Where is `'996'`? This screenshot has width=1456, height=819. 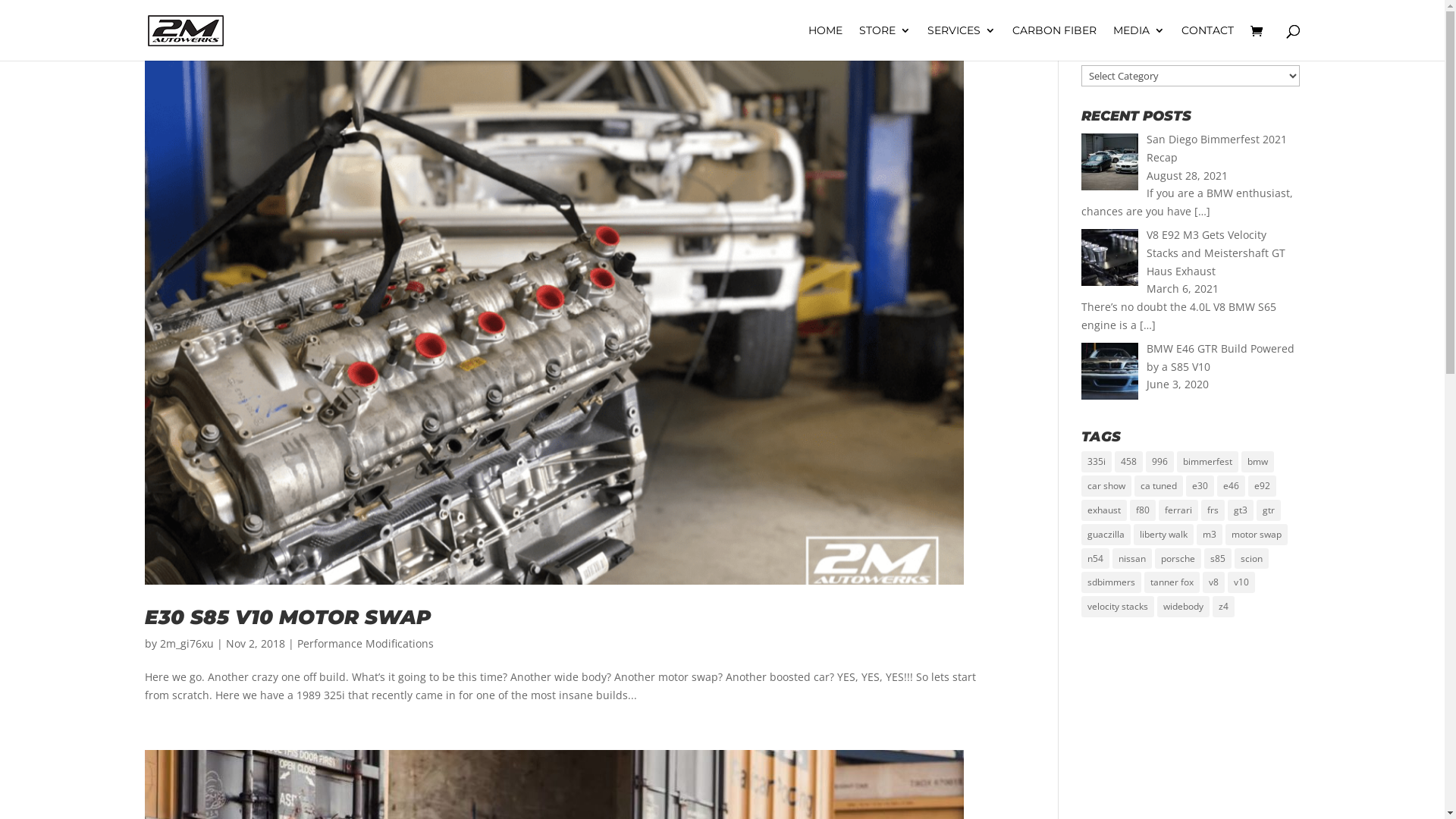 '996' is located at coordinates (1159, 461).